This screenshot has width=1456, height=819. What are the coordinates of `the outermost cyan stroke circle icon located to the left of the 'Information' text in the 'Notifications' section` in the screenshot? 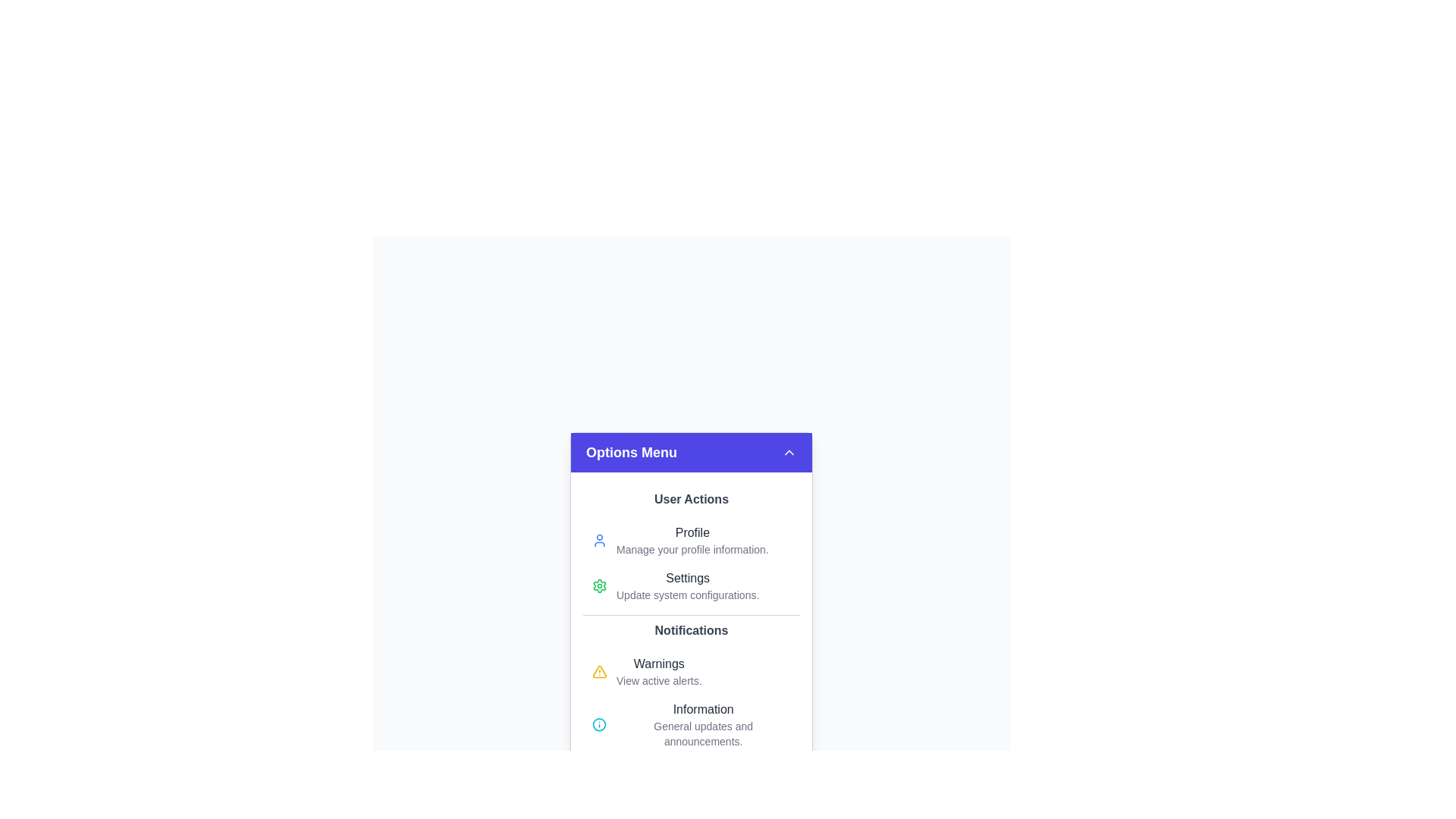 It's located at (598, 724).